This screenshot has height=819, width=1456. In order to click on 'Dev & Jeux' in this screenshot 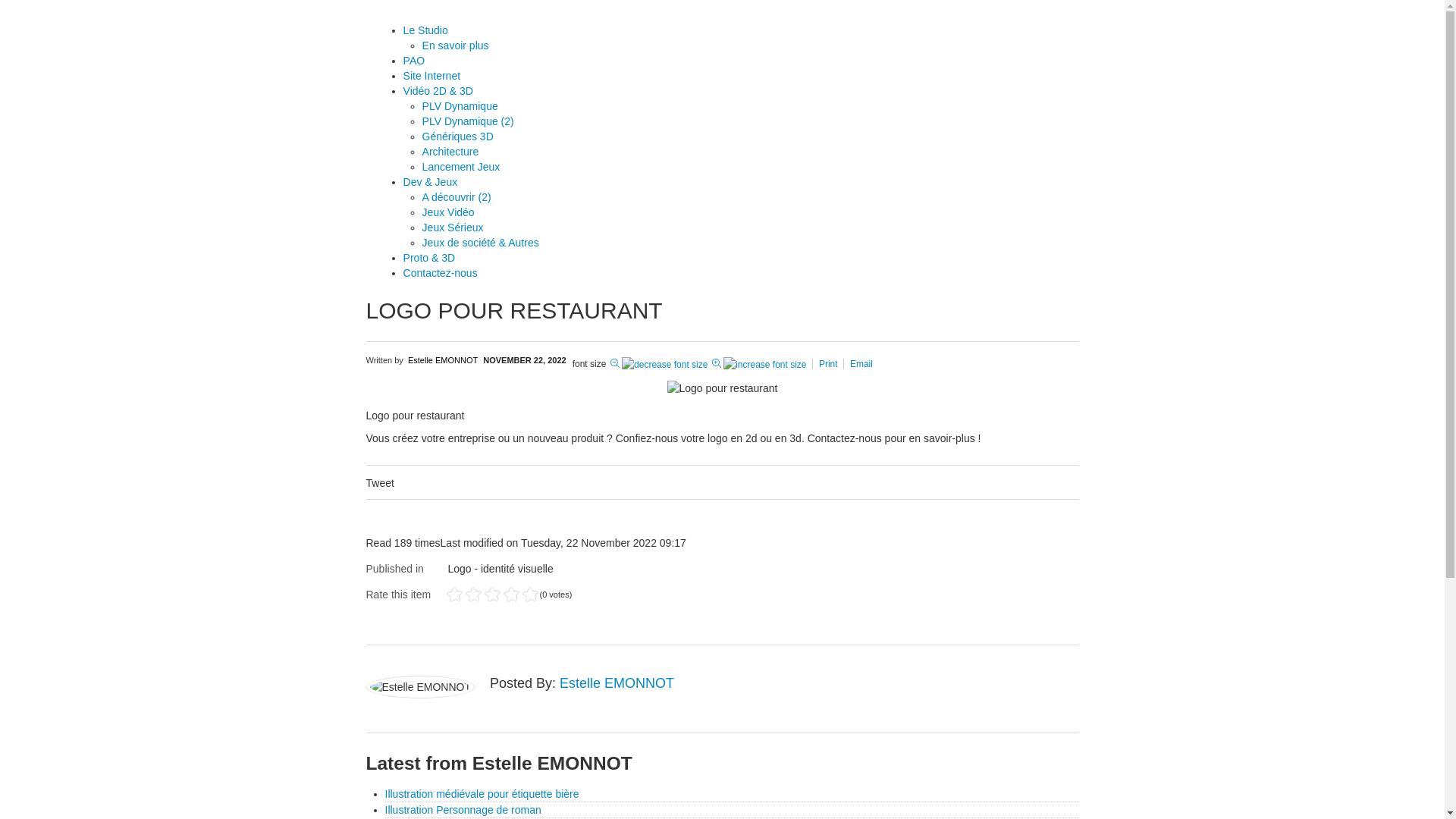, I will do `click(429, 180)`.